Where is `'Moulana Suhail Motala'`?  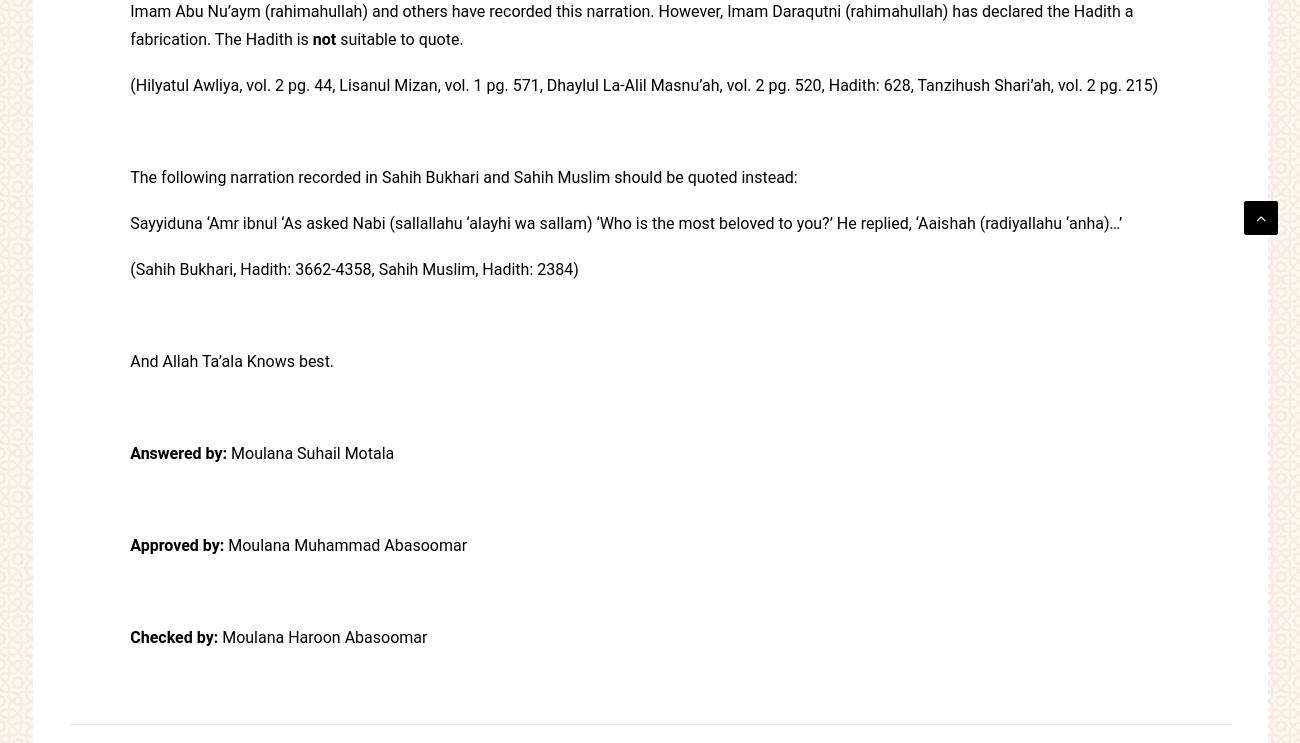 'Moulana Suhail Motala' is located at coordinates (225, 453).